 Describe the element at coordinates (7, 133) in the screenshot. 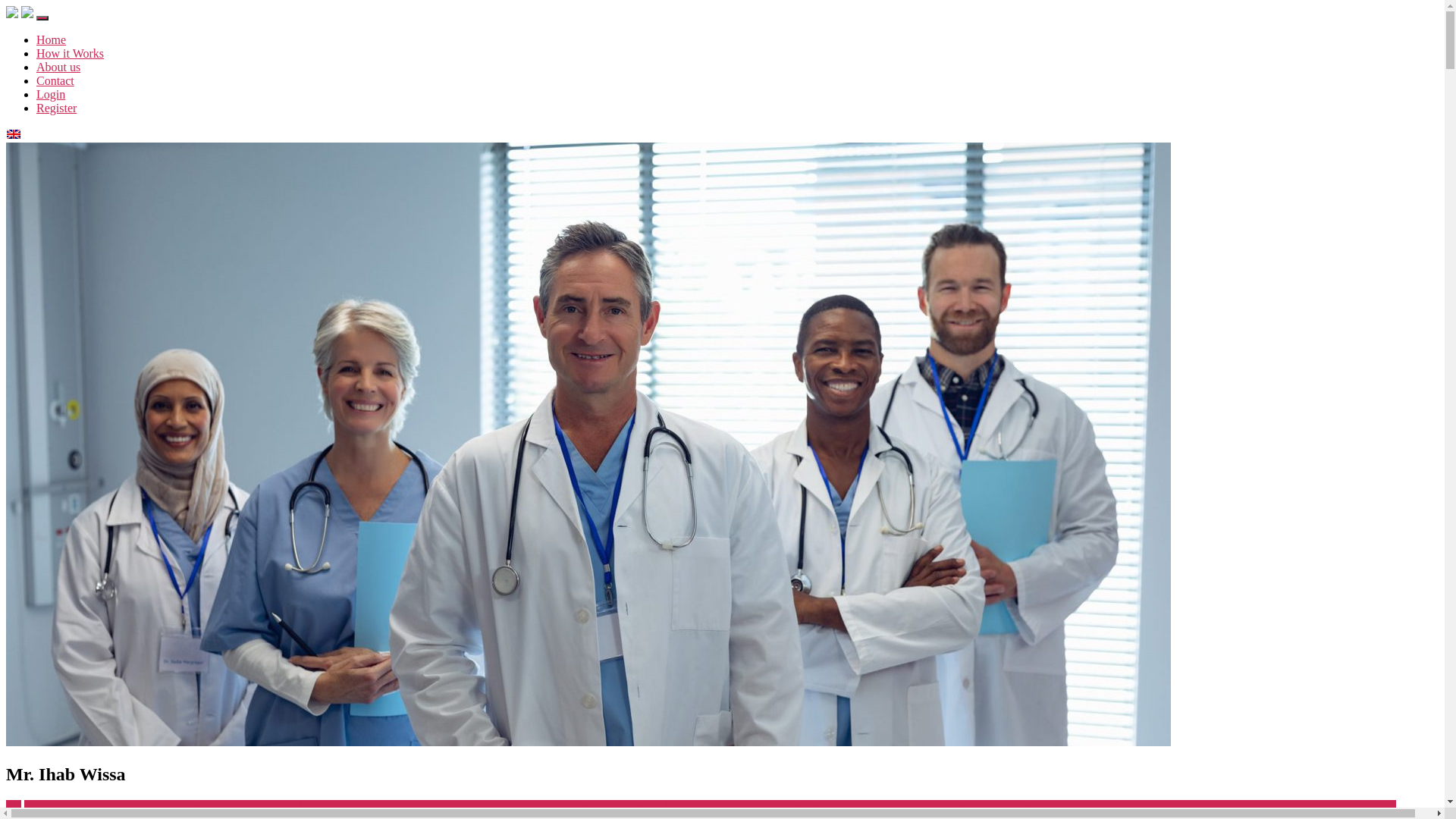

I see `'English'` at that location.